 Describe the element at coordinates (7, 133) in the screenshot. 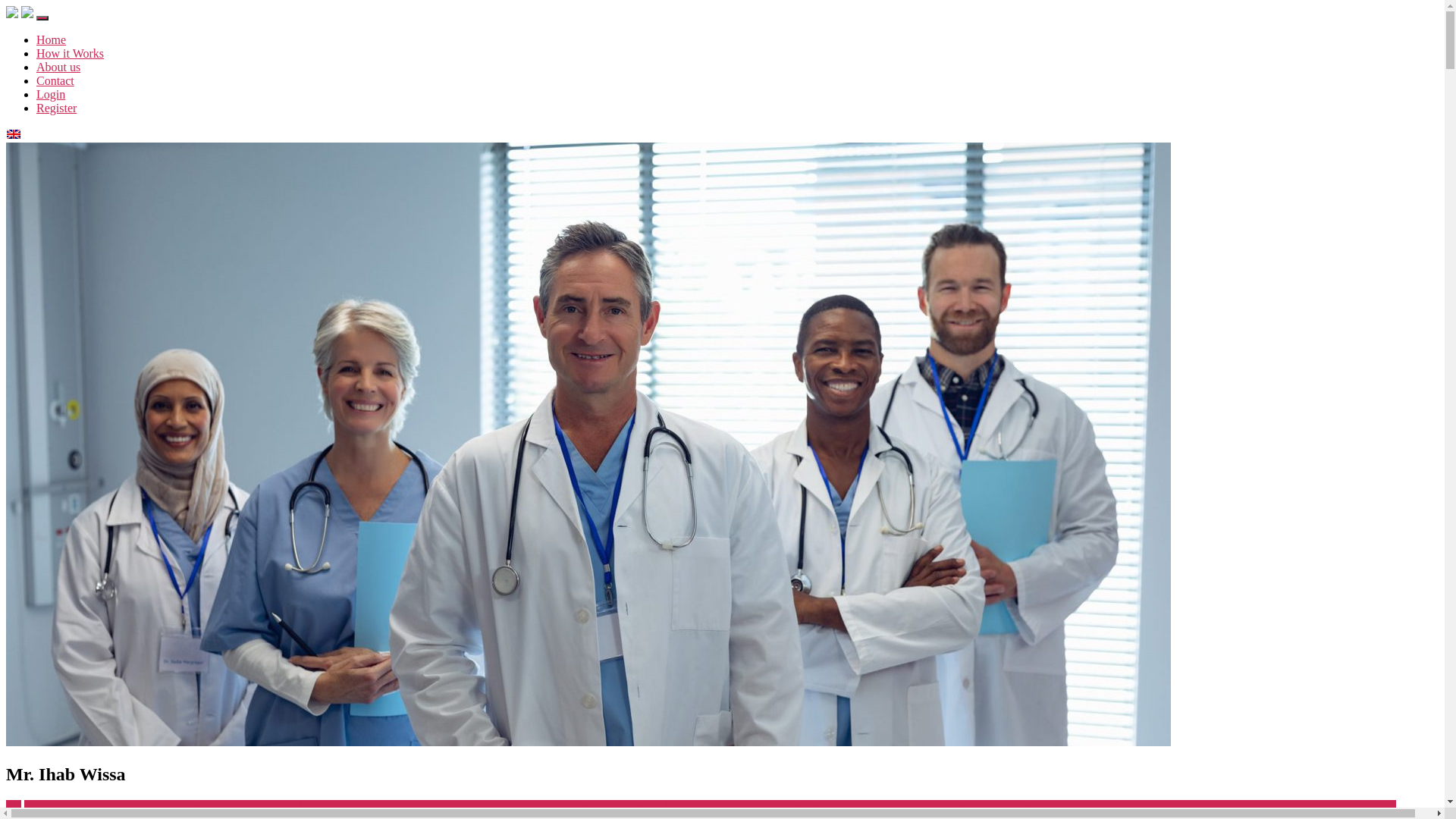

I see `'English'` at that location.